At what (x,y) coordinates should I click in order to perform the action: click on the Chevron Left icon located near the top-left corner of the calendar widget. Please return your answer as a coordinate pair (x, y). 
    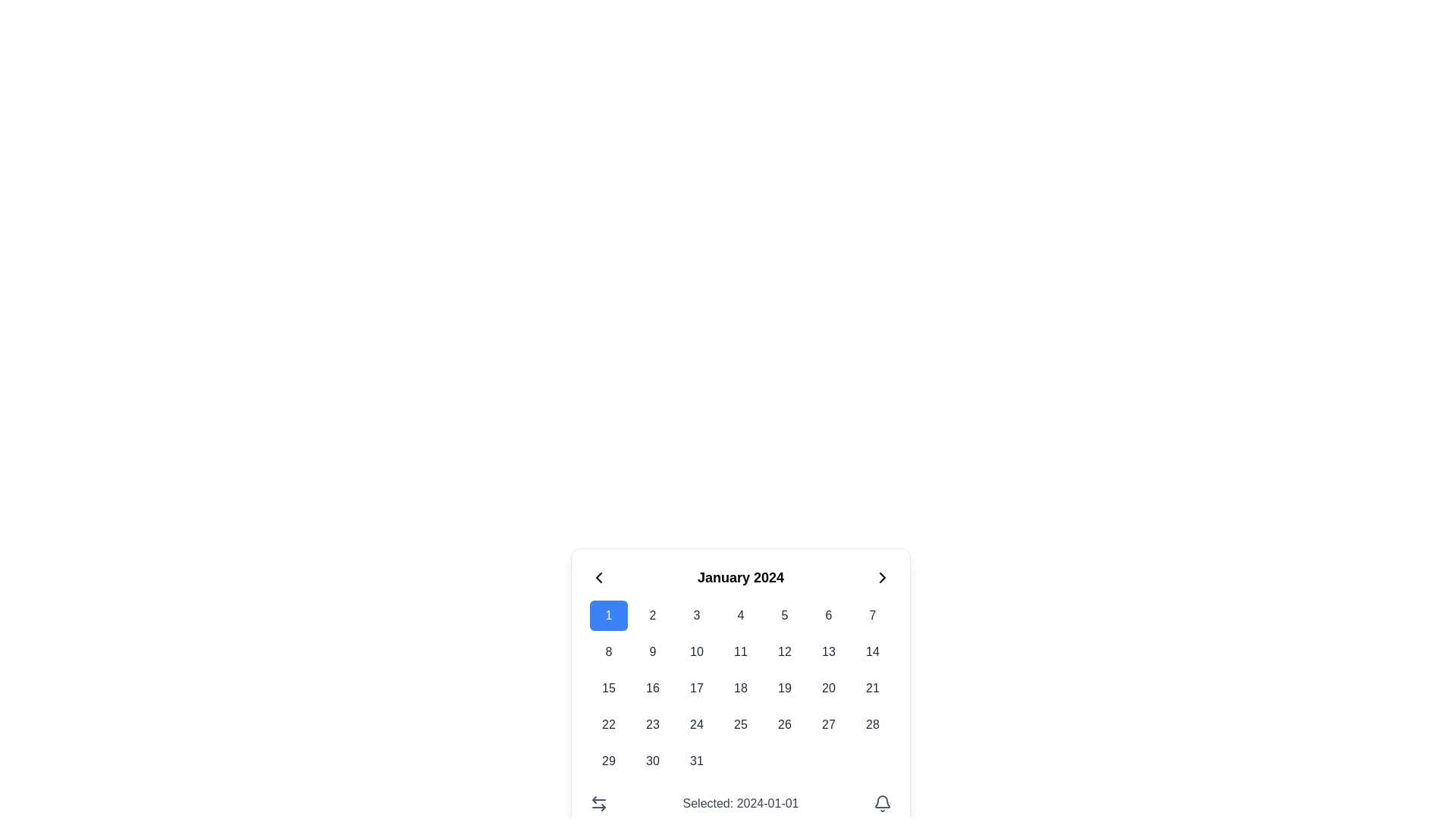
    Looking at the image, I should click on (598, 578).